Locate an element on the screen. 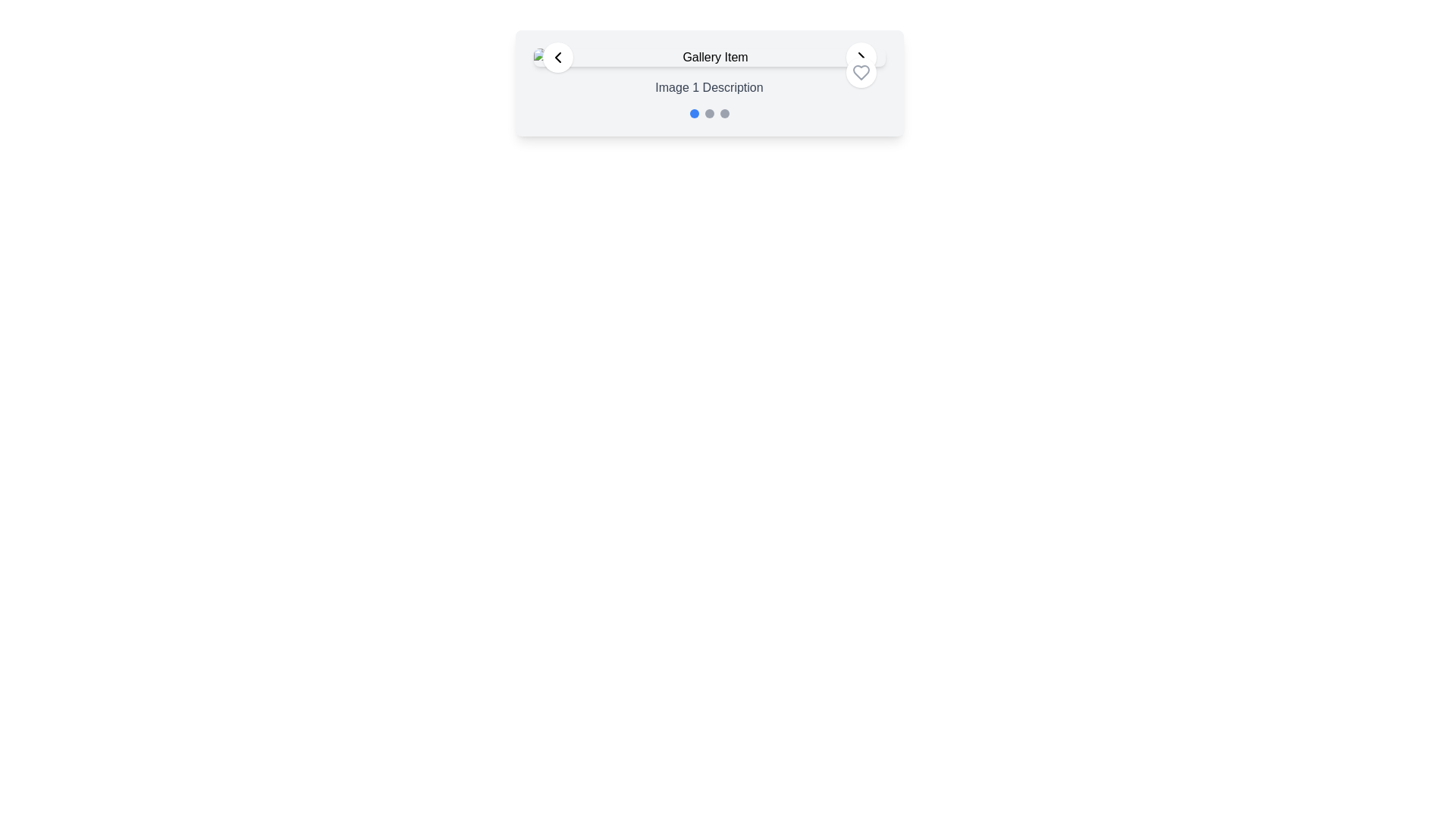  the 'like' or 'favorite' button located at the top-right corner of the gallery navigation interface is located at coordinates (861, 73).